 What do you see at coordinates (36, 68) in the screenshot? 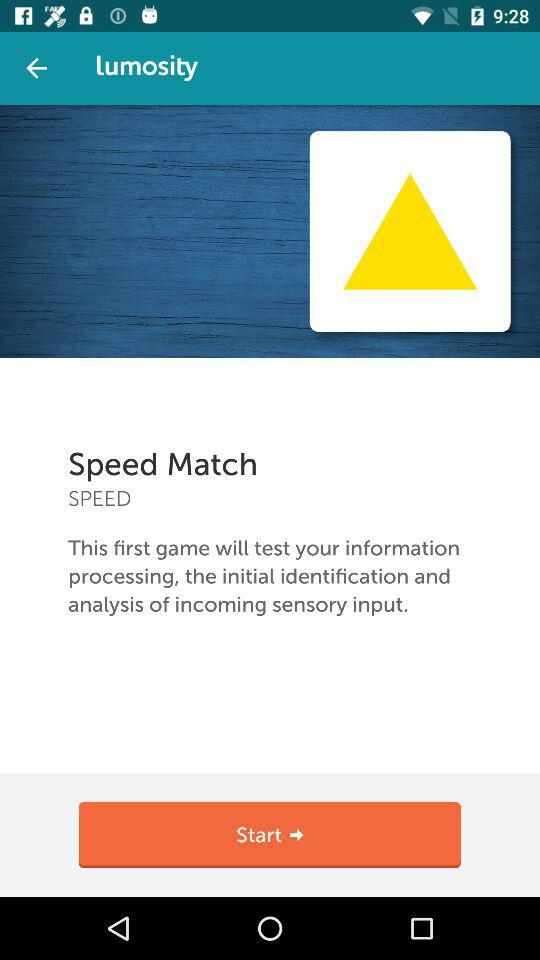
I see `go back` at bounding box center [36, 68].